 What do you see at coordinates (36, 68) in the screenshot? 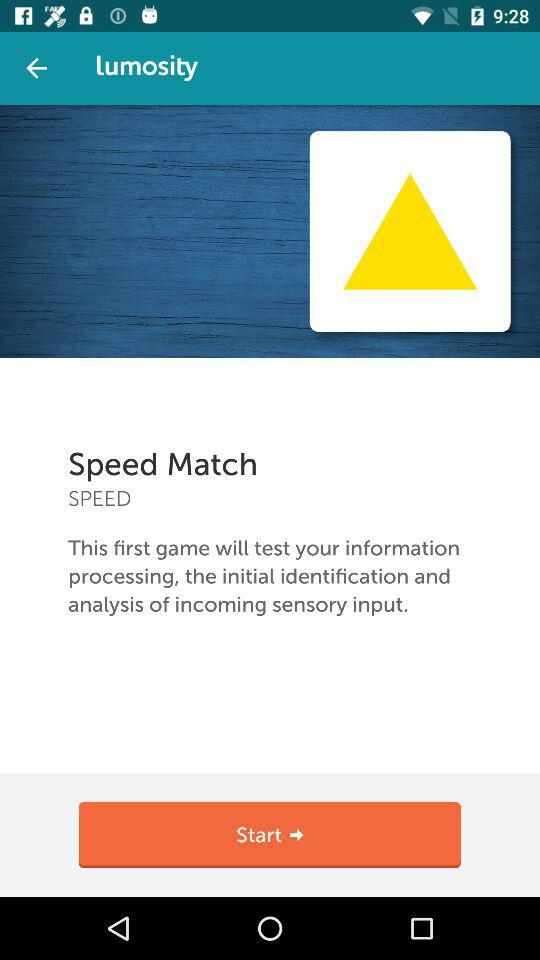
I see `go back` at bounding box center [36, 68].